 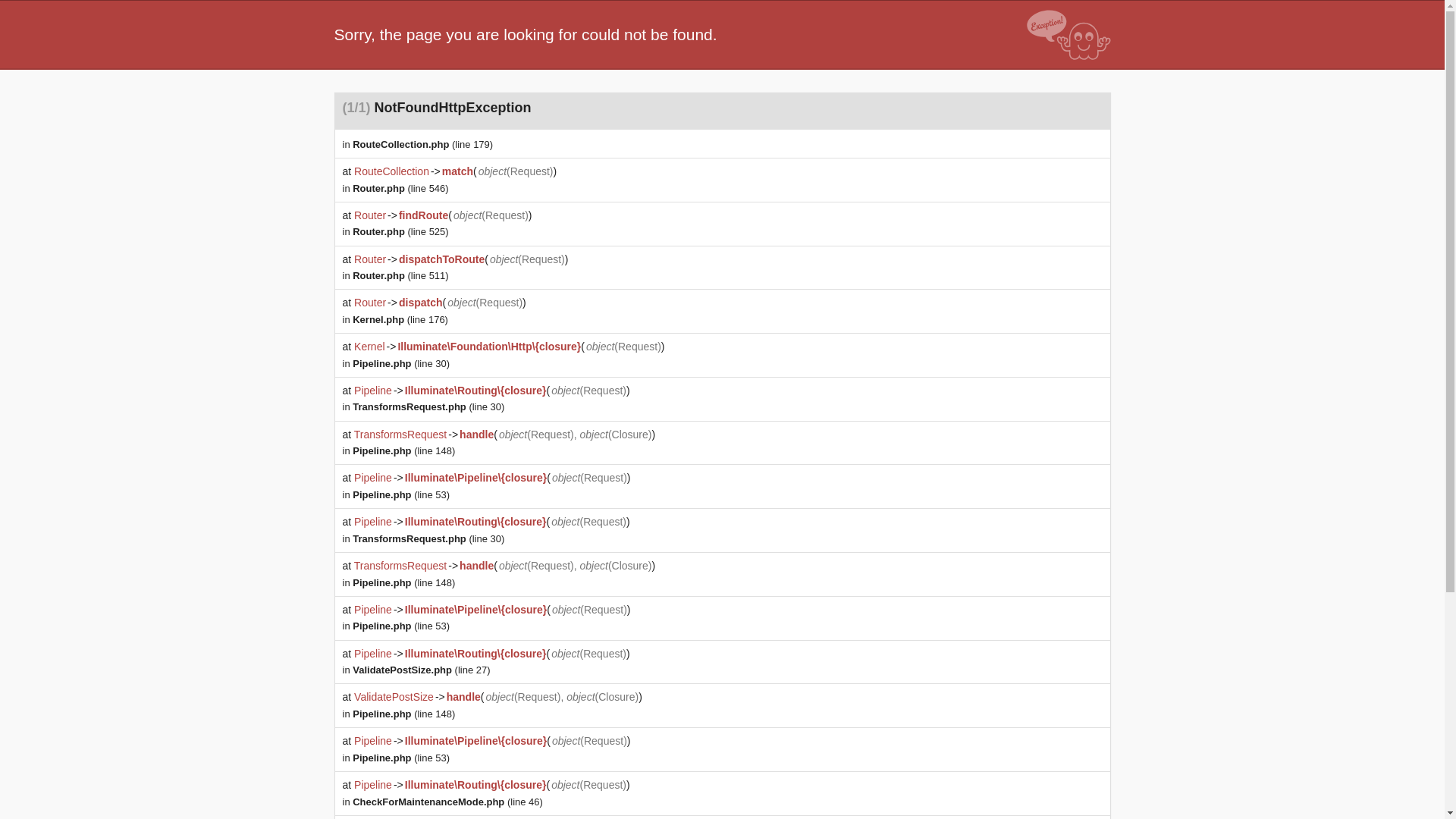 What do you see at coordinates (421, 669) in the screenshot?
I see `'ValidatePostSize.php (line 27)'` at bounding box center [421, 669].